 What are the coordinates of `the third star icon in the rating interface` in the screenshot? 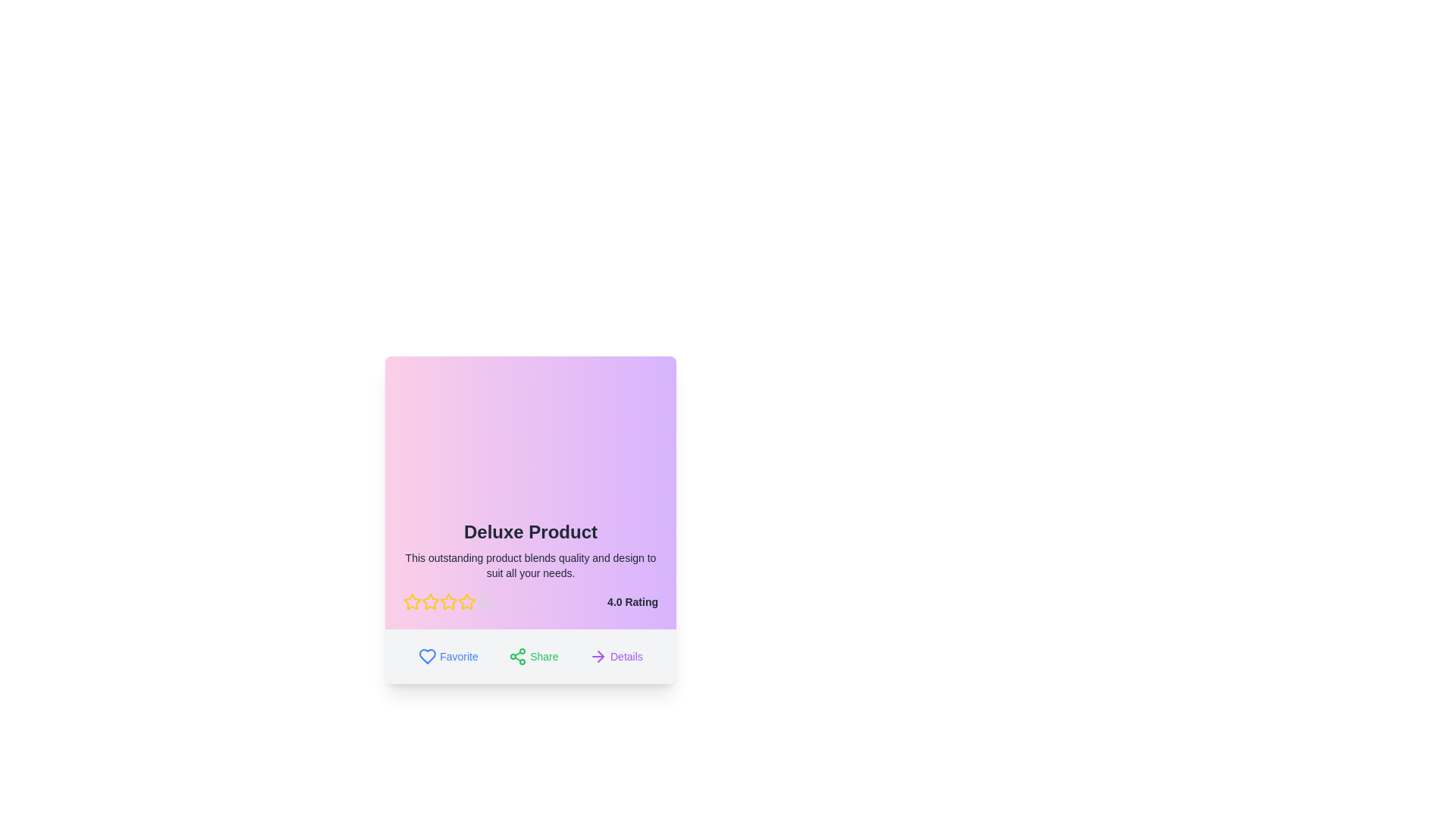 It's located at (466, 601).